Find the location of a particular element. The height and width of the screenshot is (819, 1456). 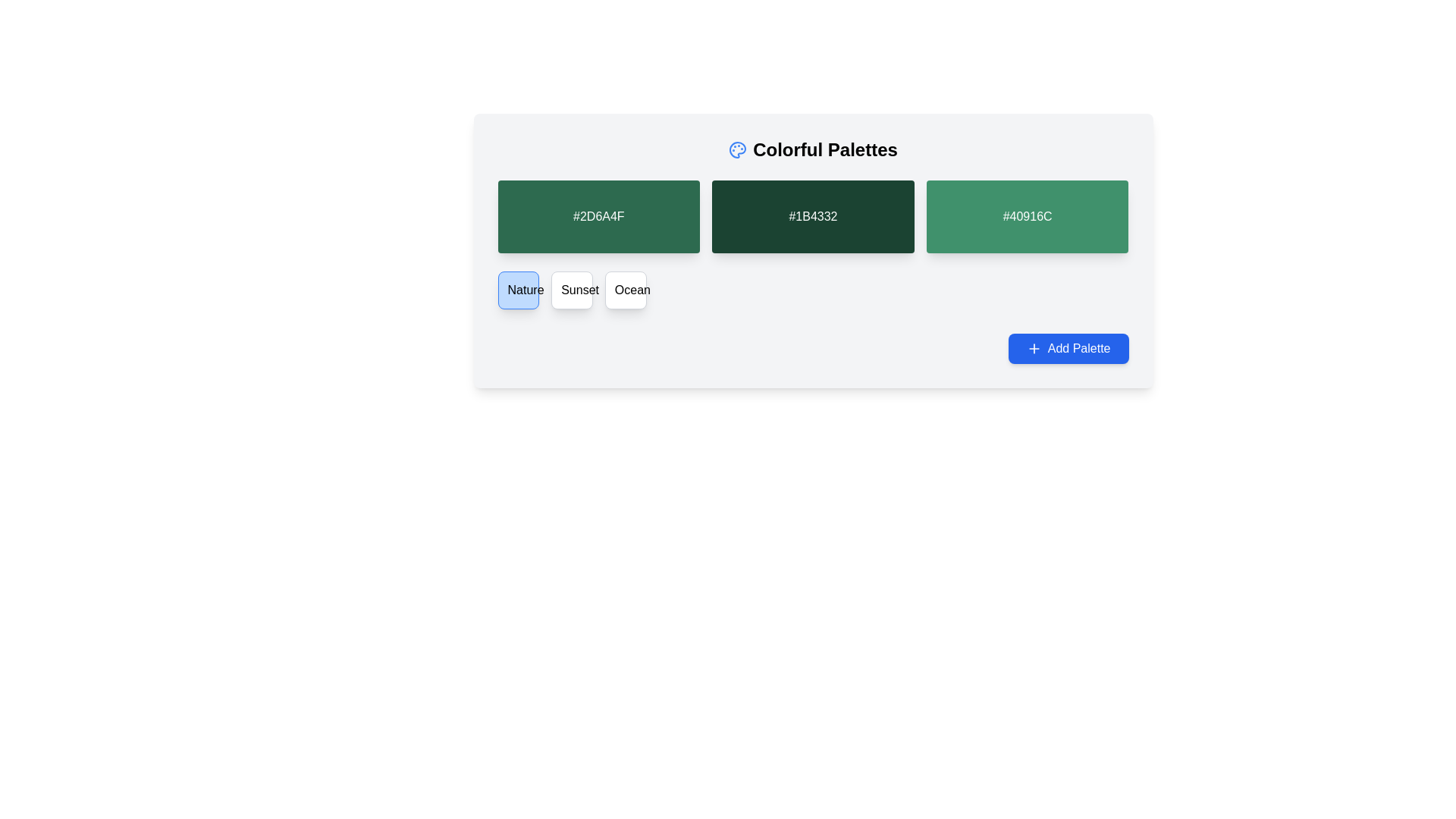

the 'Sunset' button, which is a rectangular button with a light background and rounded corners, located between the 'Nature' and 'Ocean' buttons is located at coordinates (571, 290).